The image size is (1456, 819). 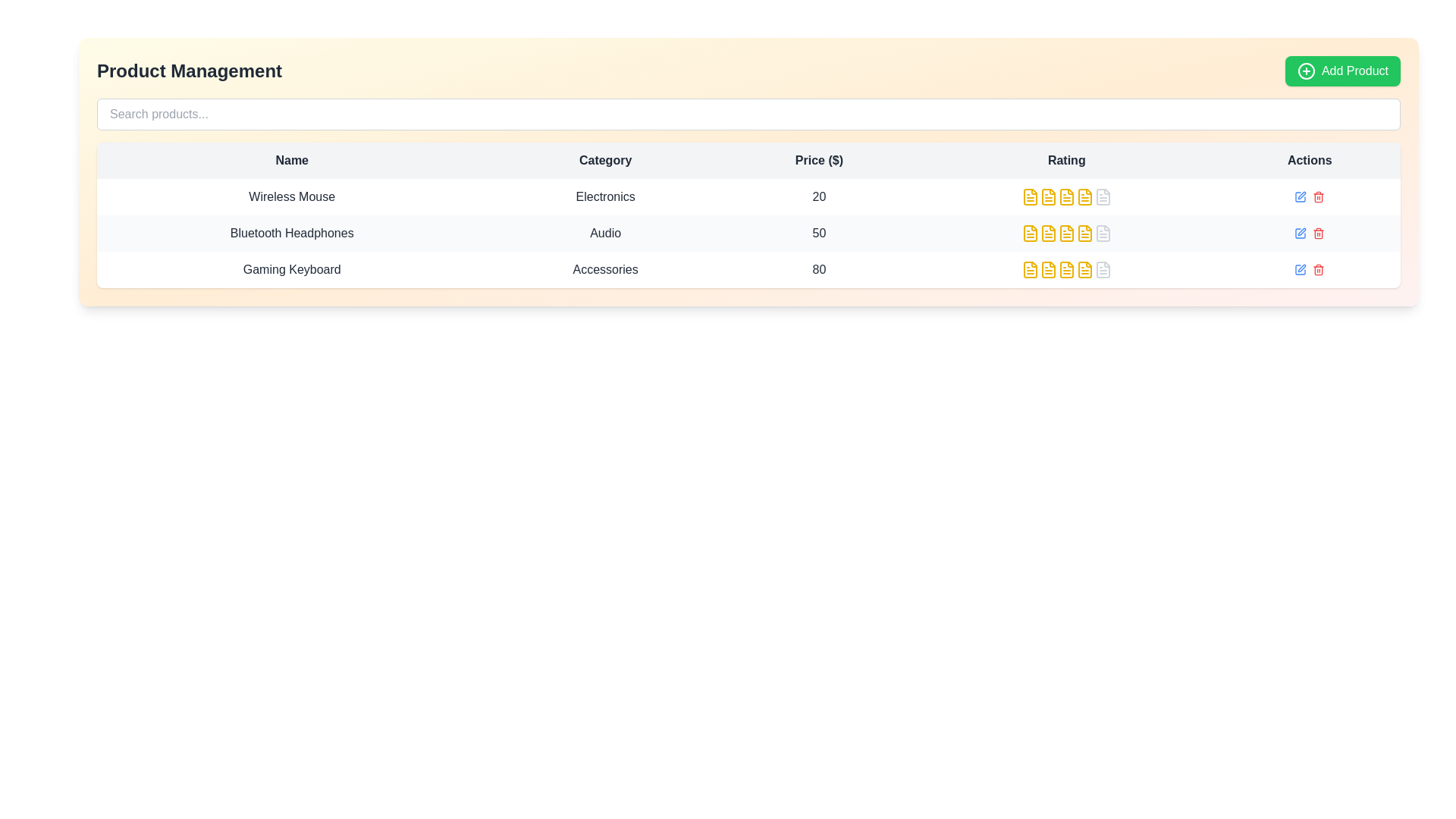 I want to click on the second icon, so click(x=1030, y=234).